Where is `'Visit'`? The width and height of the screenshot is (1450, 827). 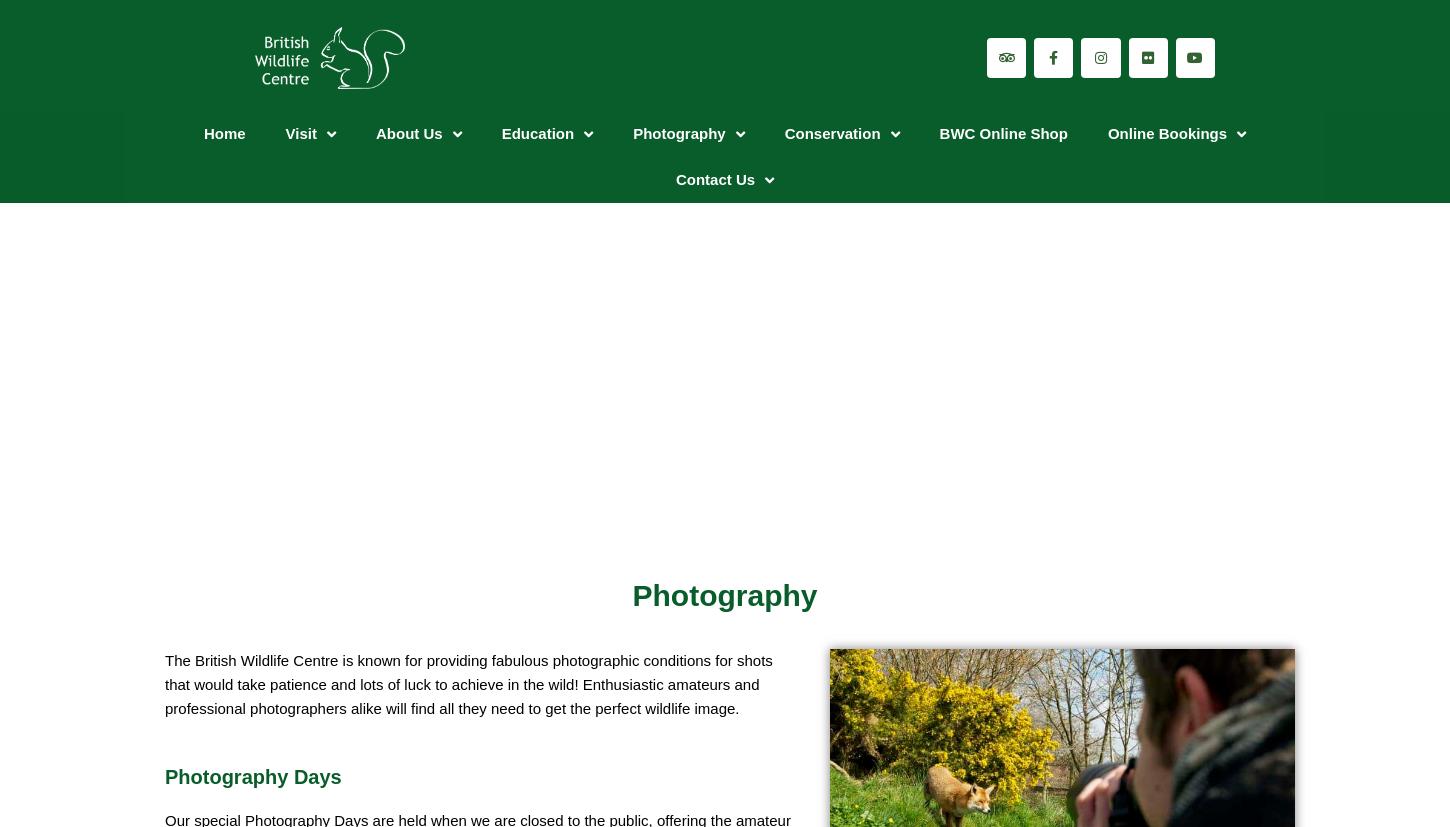
'Visit' is located at coordinates (285, 133).